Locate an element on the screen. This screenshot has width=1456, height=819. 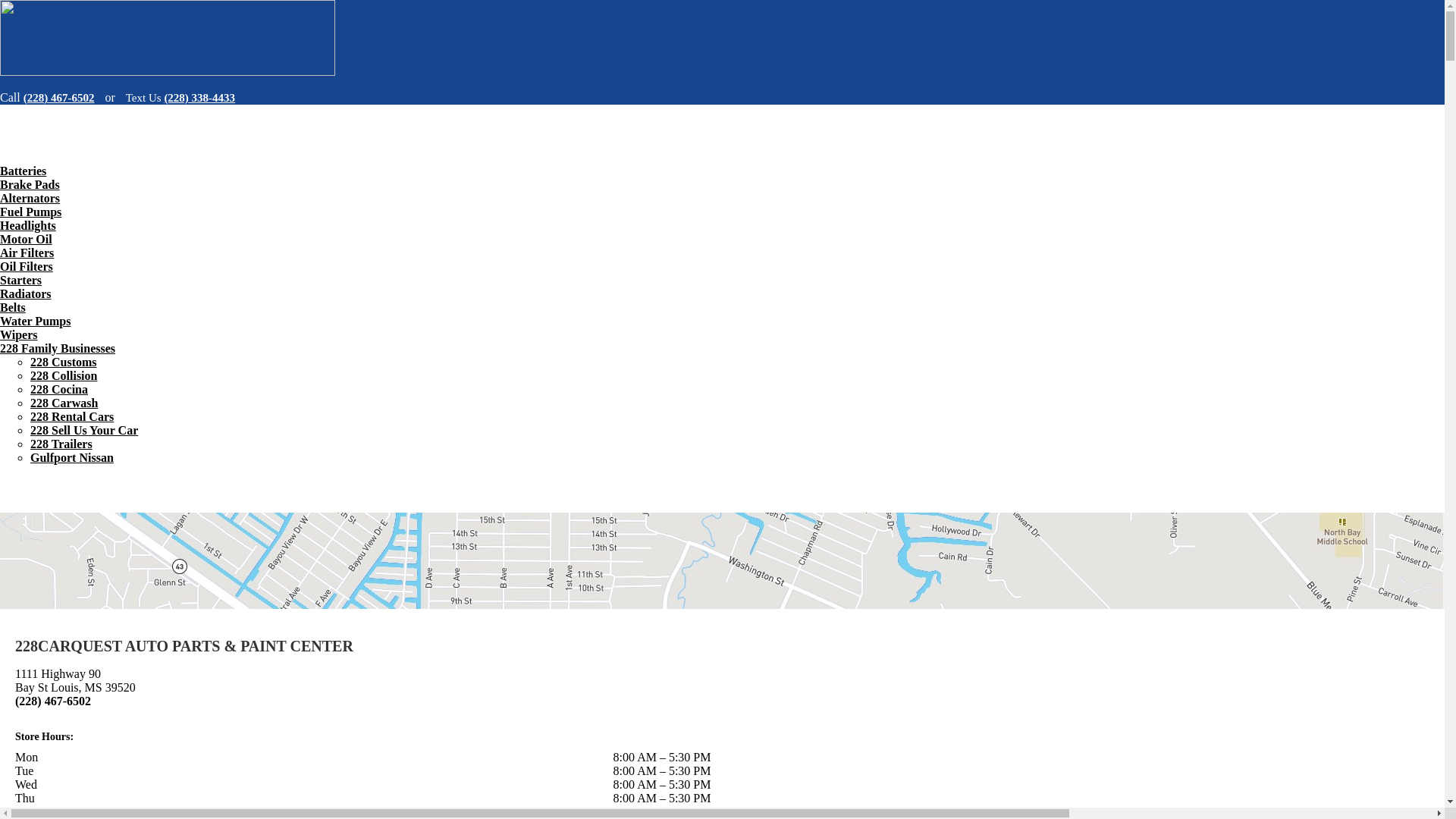
'(228) 338-4433' is located at coordinates (199, 97).